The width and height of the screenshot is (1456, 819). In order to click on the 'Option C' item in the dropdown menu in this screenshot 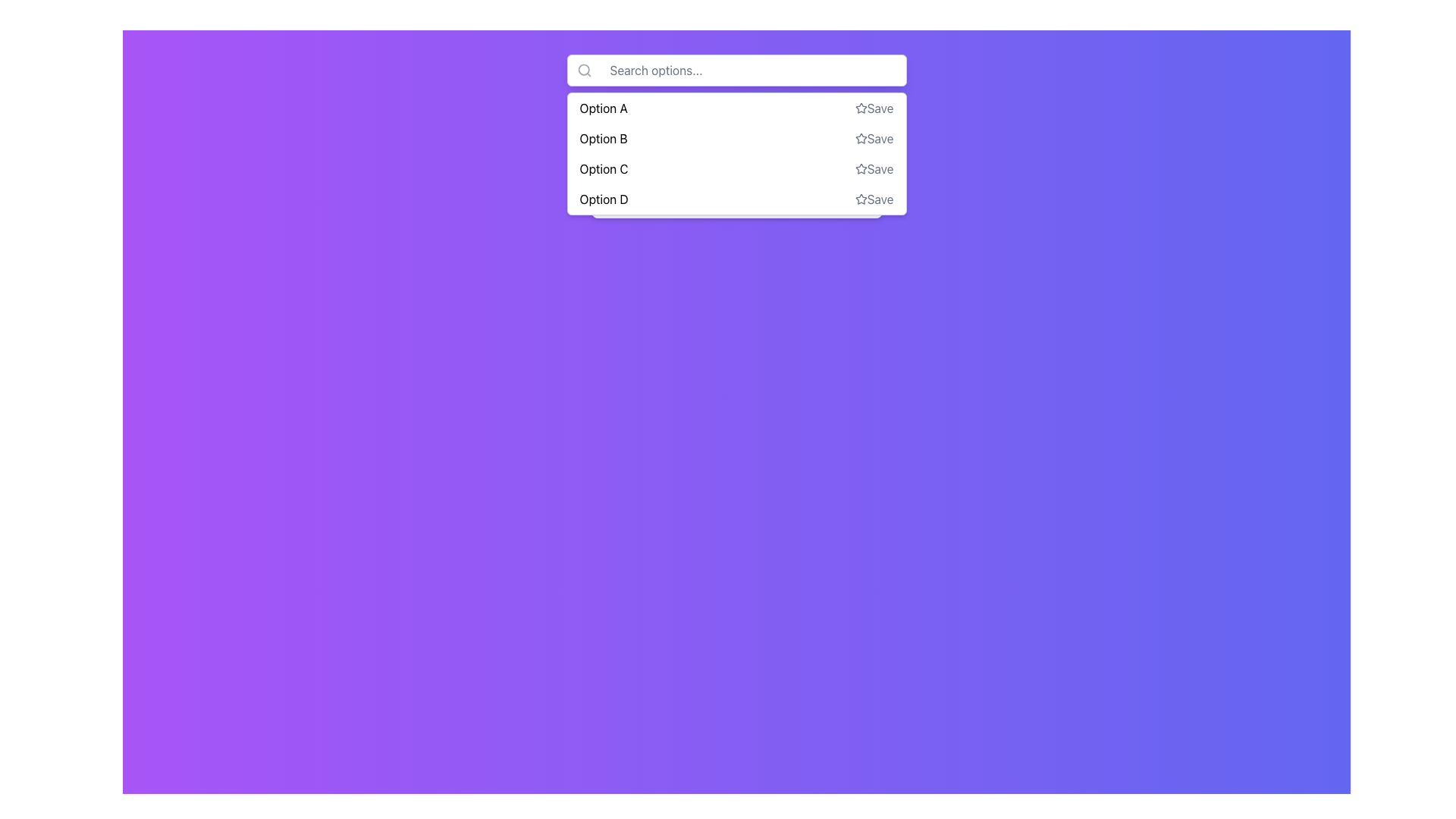, I will do `click(736, 169)`.